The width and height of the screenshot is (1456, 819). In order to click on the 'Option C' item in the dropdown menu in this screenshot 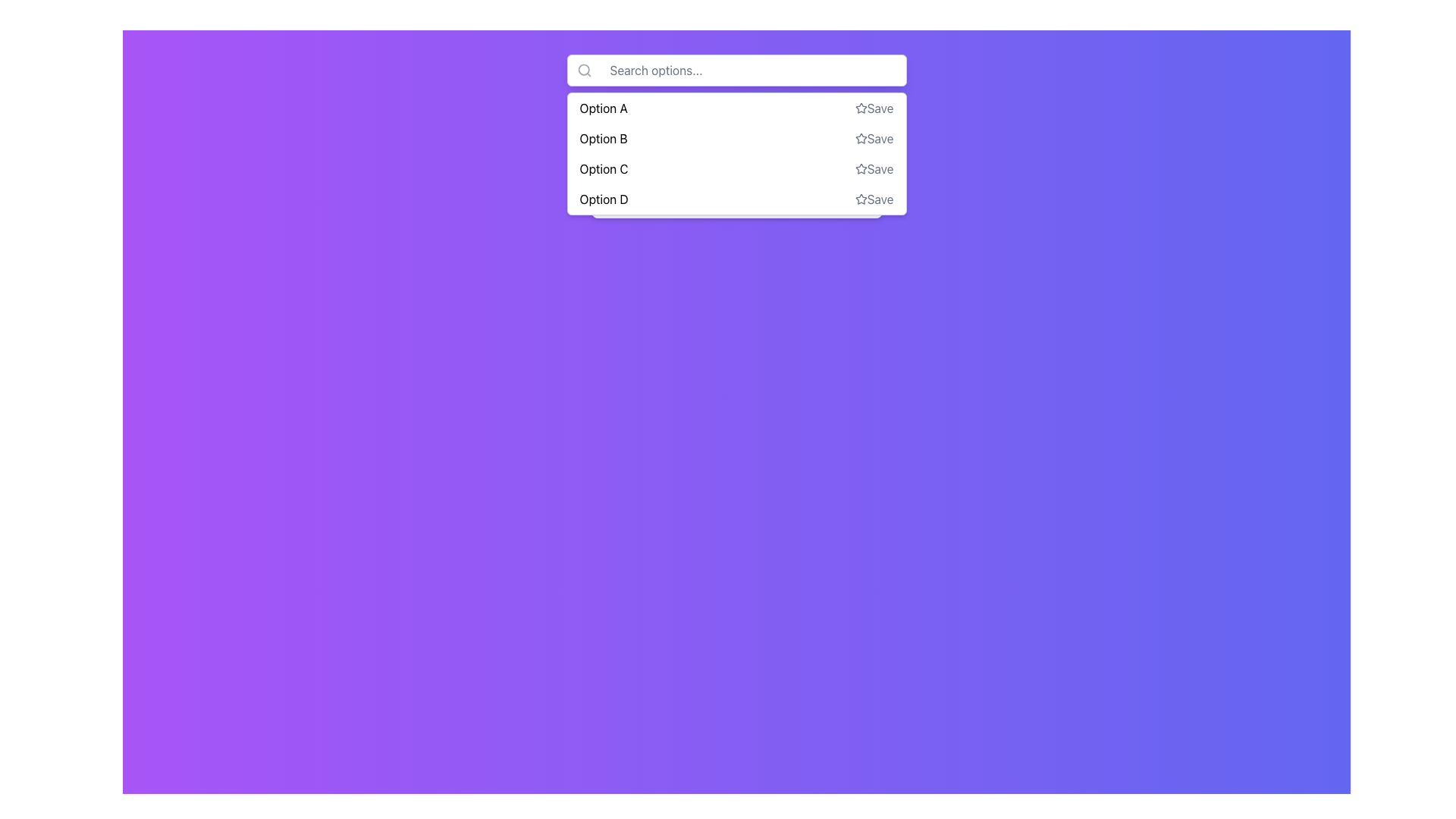, I will do `click(736, 169)`.